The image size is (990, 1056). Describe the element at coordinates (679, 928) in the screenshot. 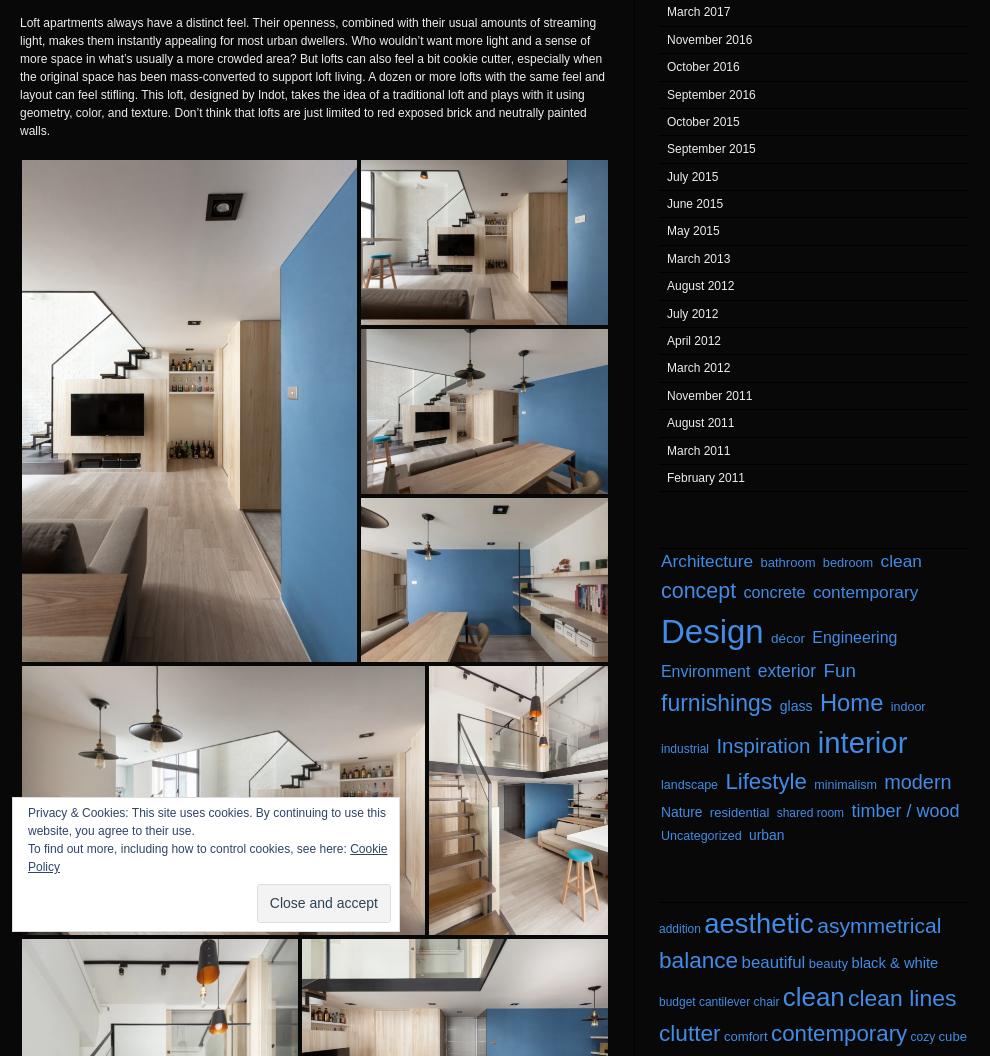

I see `'addition'` at that location.